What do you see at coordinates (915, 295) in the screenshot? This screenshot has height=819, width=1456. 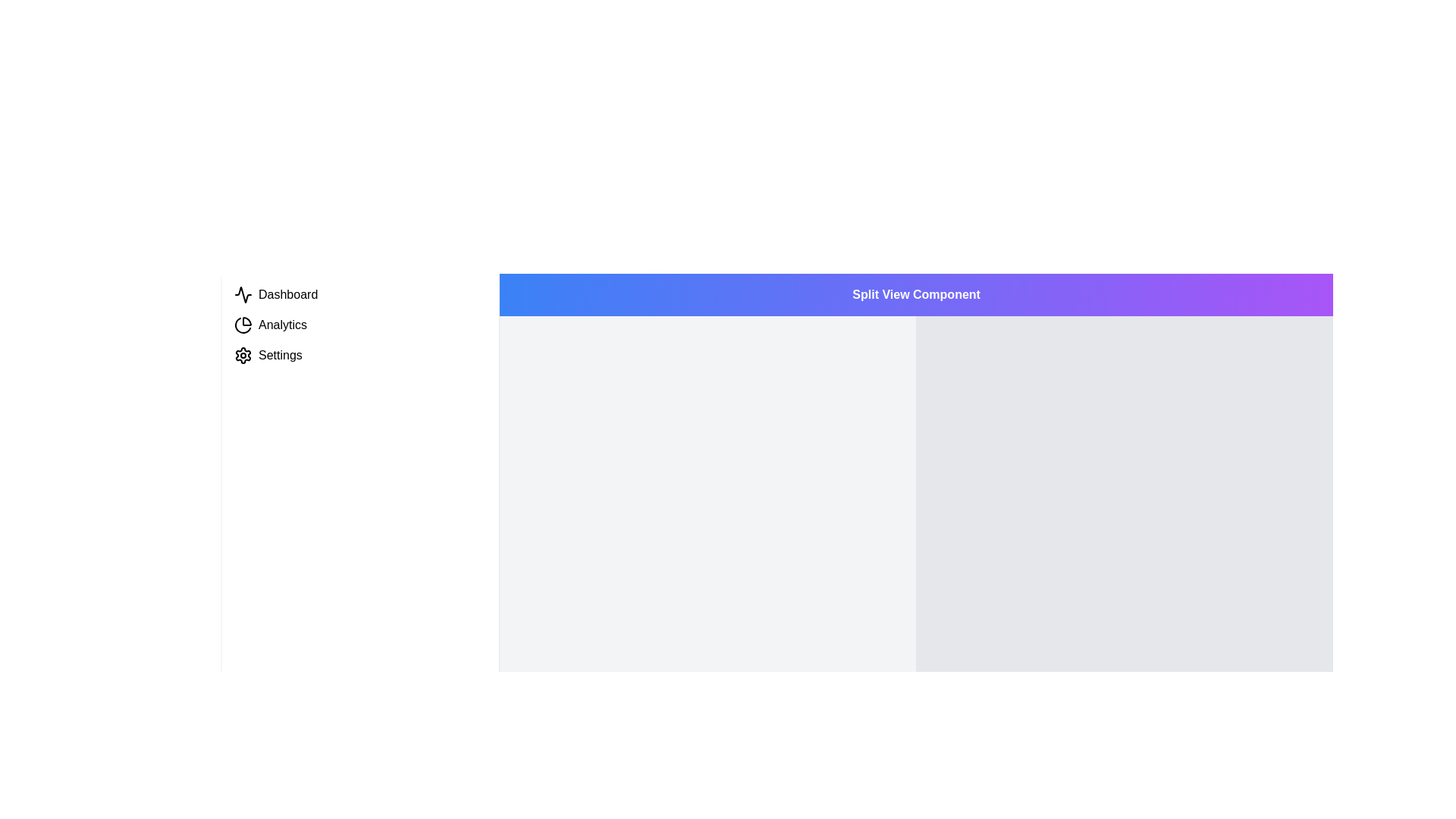 I see `the Static Text Header with the text 'Split View Component' displayed in white, bold typography on a gradient background transitioning from blue to purple` at bounding box center [915, 295].